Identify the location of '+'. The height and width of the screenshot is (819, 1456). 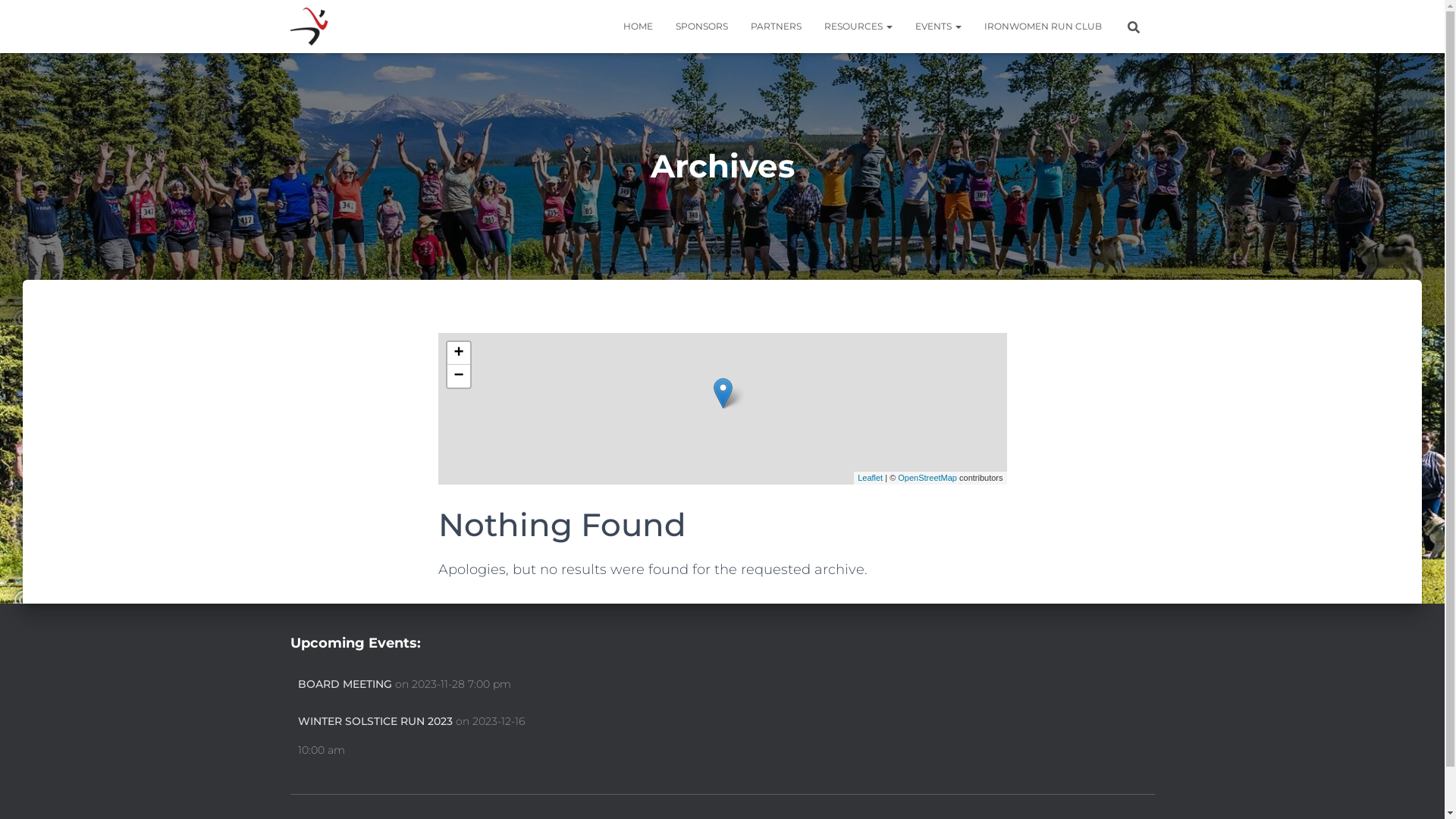
(457, 353).